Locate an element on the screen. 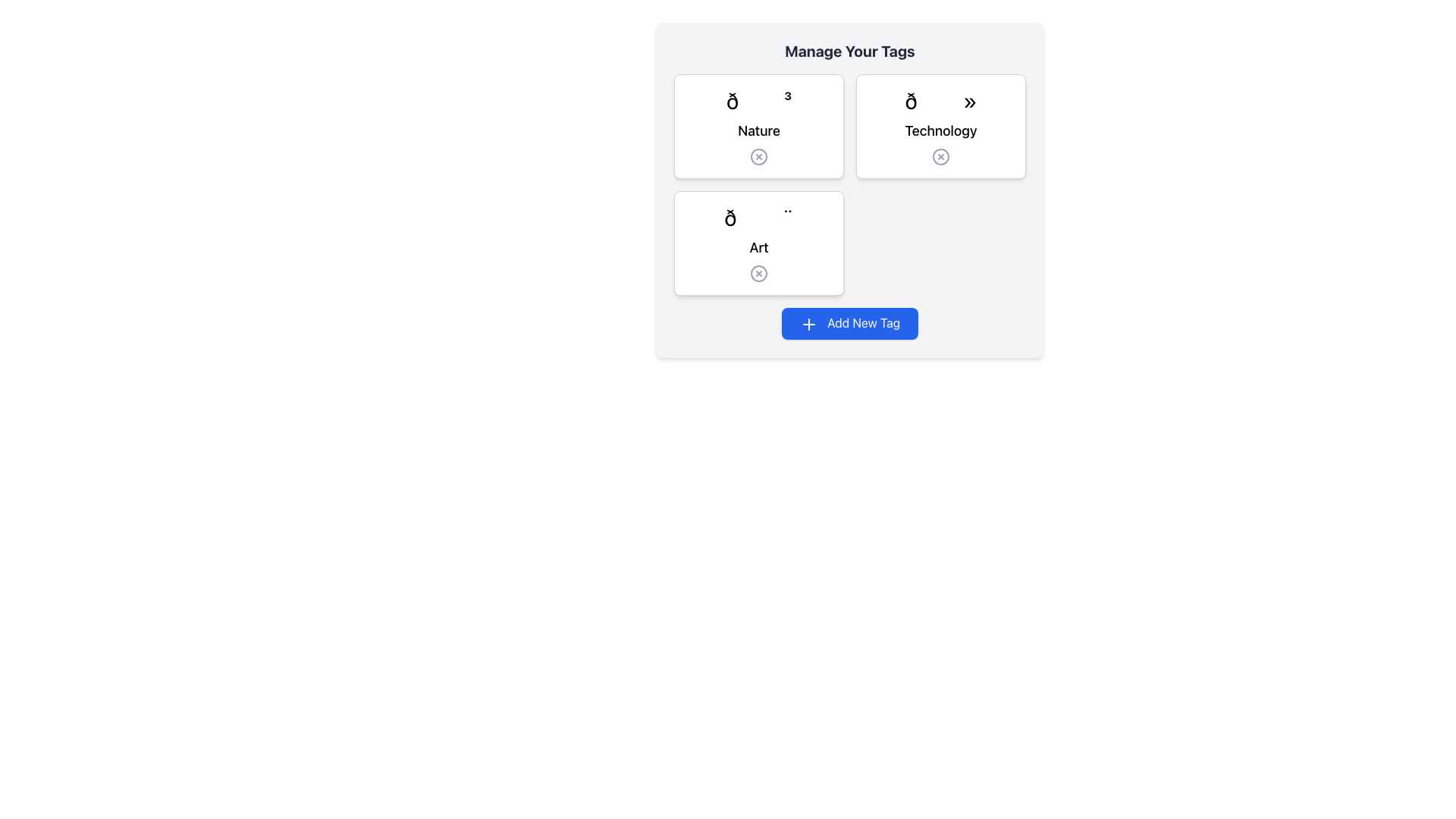 The height and width of the screenshot is (819, 1456). the 'Nature' card in the top left of the grid layout is located at coordinates (759, 125).